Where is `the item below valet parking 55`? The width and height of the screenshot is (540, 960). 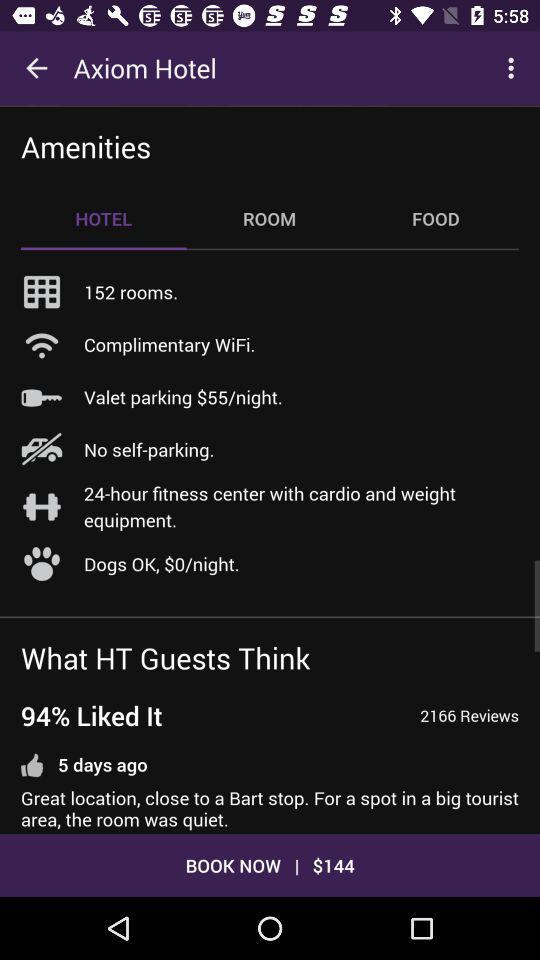 the item below valet parking 55 is located at coordinates (148, 449).